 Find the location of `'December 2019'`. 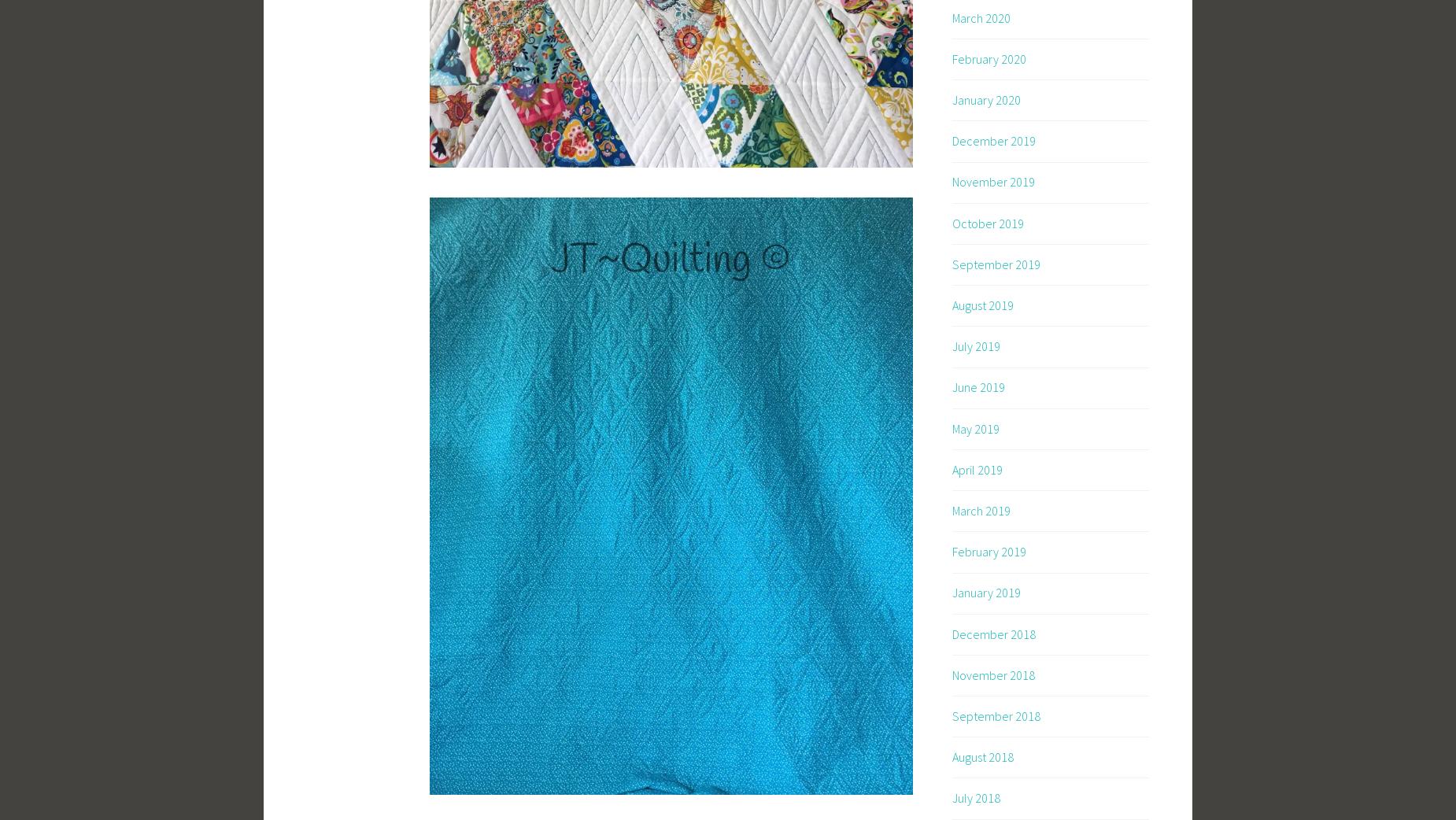

'December 2019' is located at coordinates (992, 140).